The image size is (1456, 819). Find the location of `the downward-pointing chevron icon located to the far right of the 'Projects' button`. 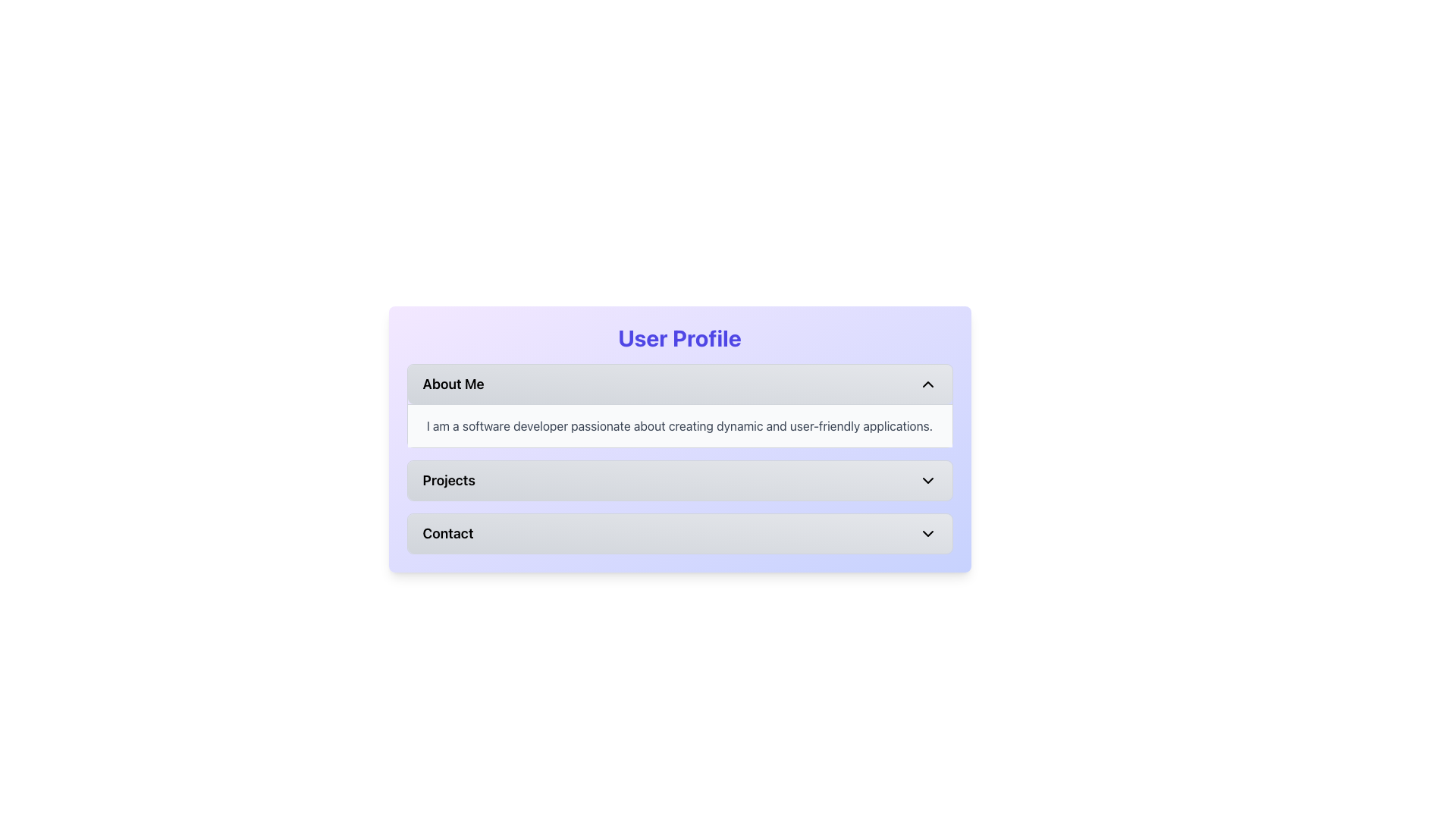

the downward-pointing chevron icon located to the far right of the 'Projects' button is located at coordinates (927, 480).